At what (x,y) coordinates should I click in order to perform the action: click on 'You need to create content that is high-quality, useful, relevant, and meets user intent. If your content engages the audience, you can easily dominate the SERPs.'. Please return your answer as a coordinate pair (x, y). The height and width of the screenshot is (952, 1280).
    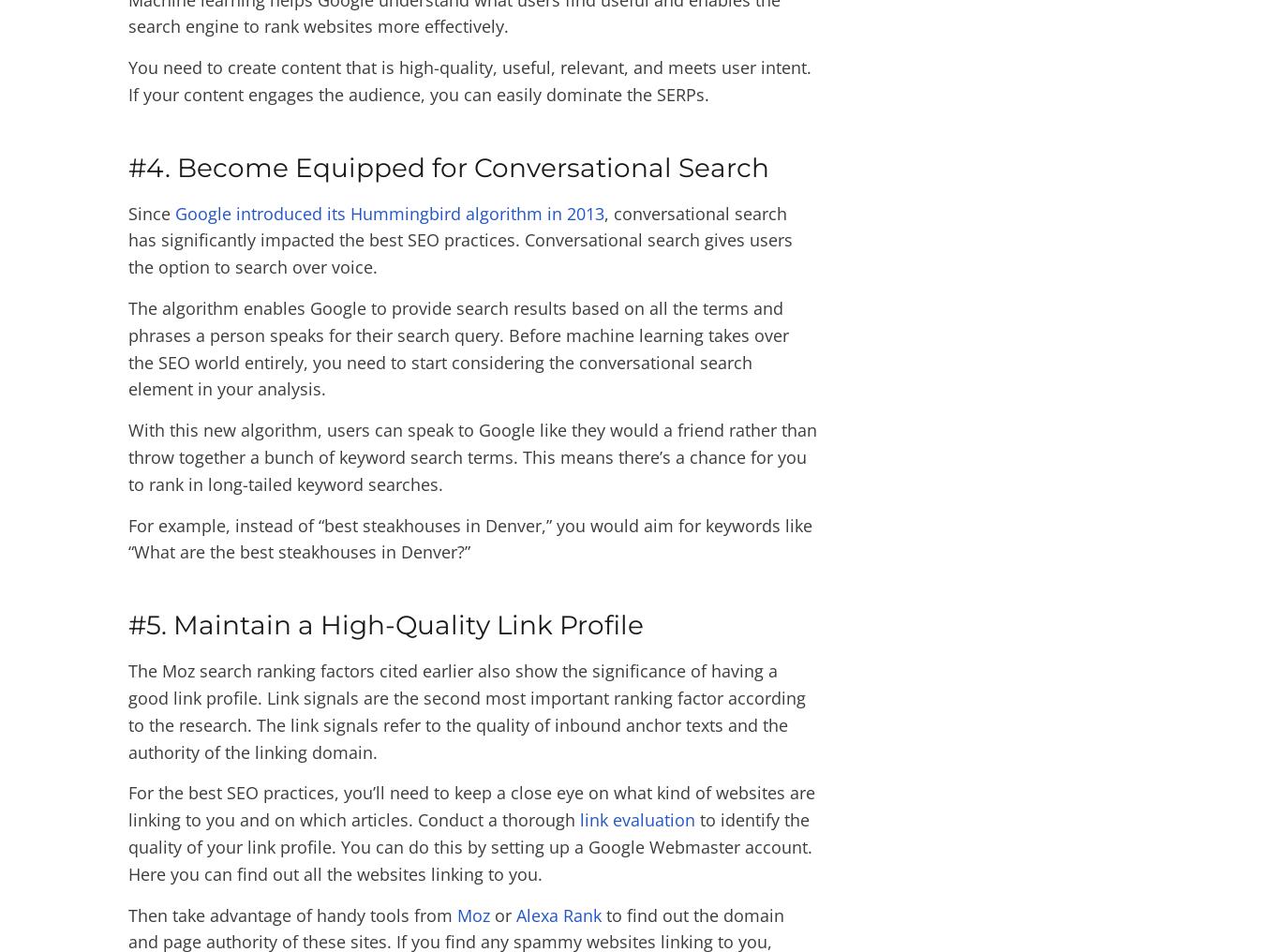
    Looking at the image, I should click on (127, 80).